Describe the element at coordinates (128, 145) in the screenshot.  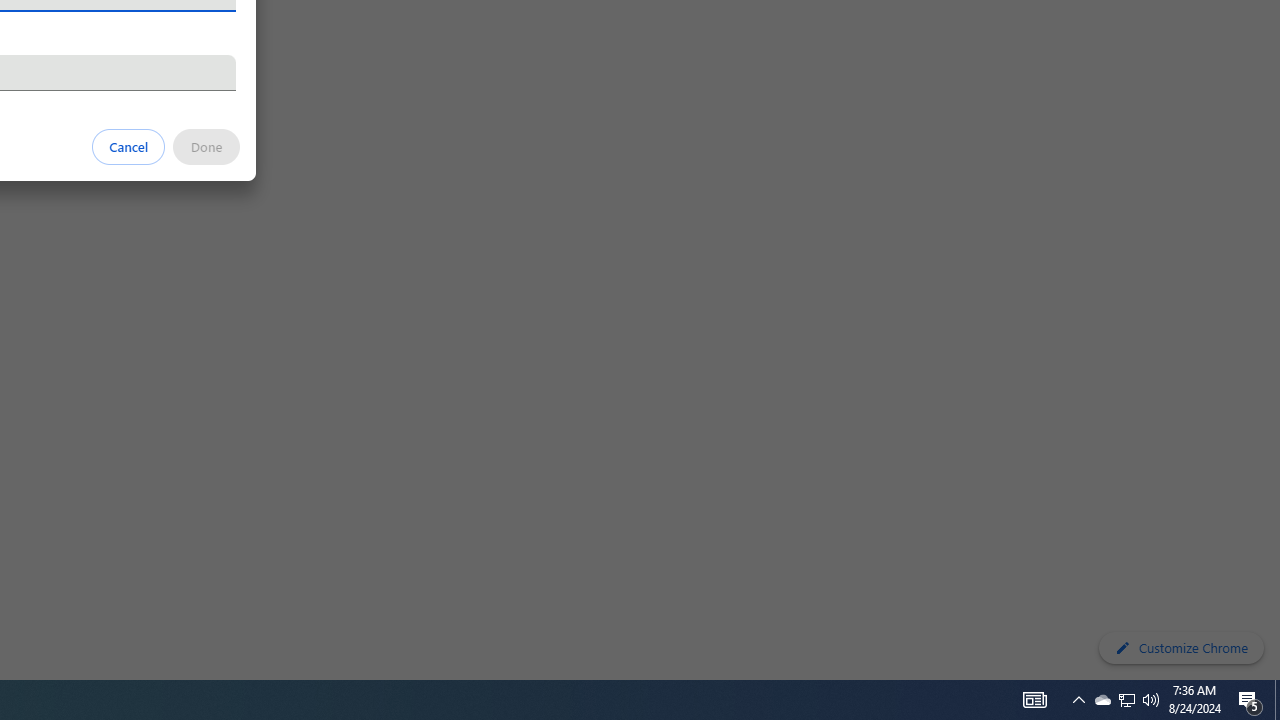
I see `'Cancel'` at that location.